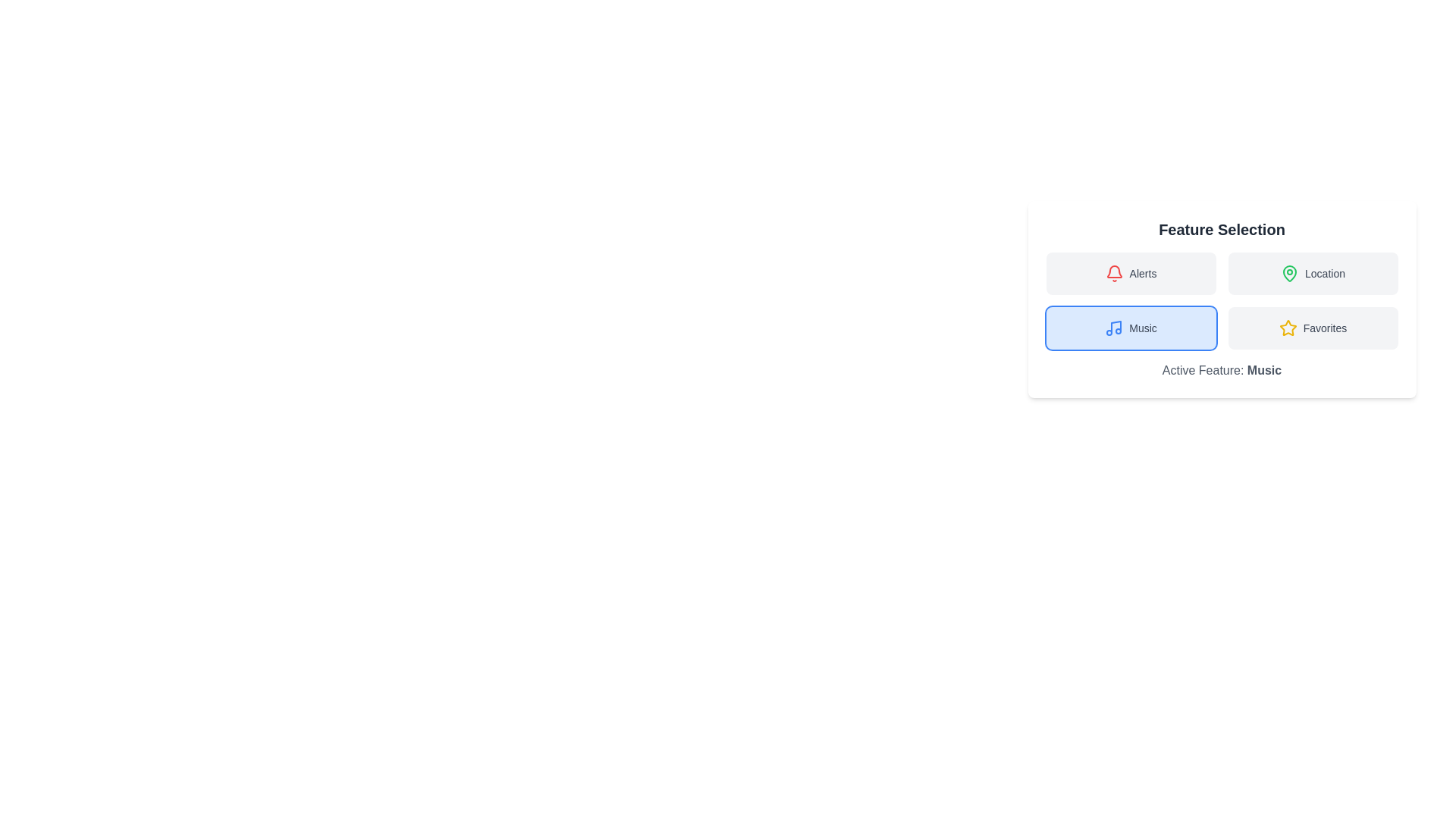 This screenshot has height=819, width=1456. What do you see at coordinates (1312, 274) in the screenshot?
I see `the button corresponding to the feature Location` at bounding box center [1312, 274].